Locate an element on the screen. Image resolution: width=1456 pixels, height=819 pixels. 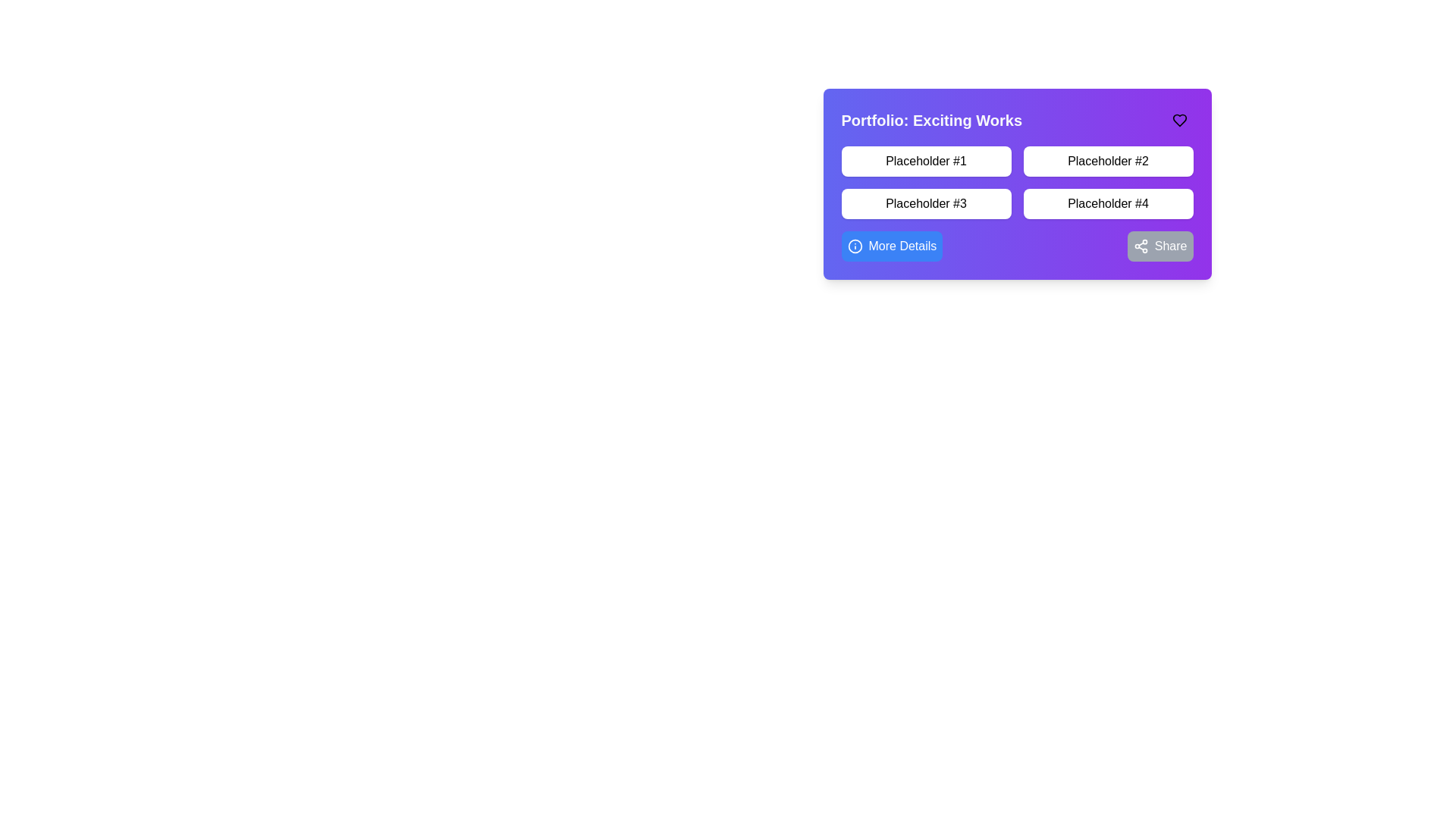
the 'Share' button located at the bottom-right corner of a purple card, which contains a minimalist network structure icon is located at coordinates (1141, 245).